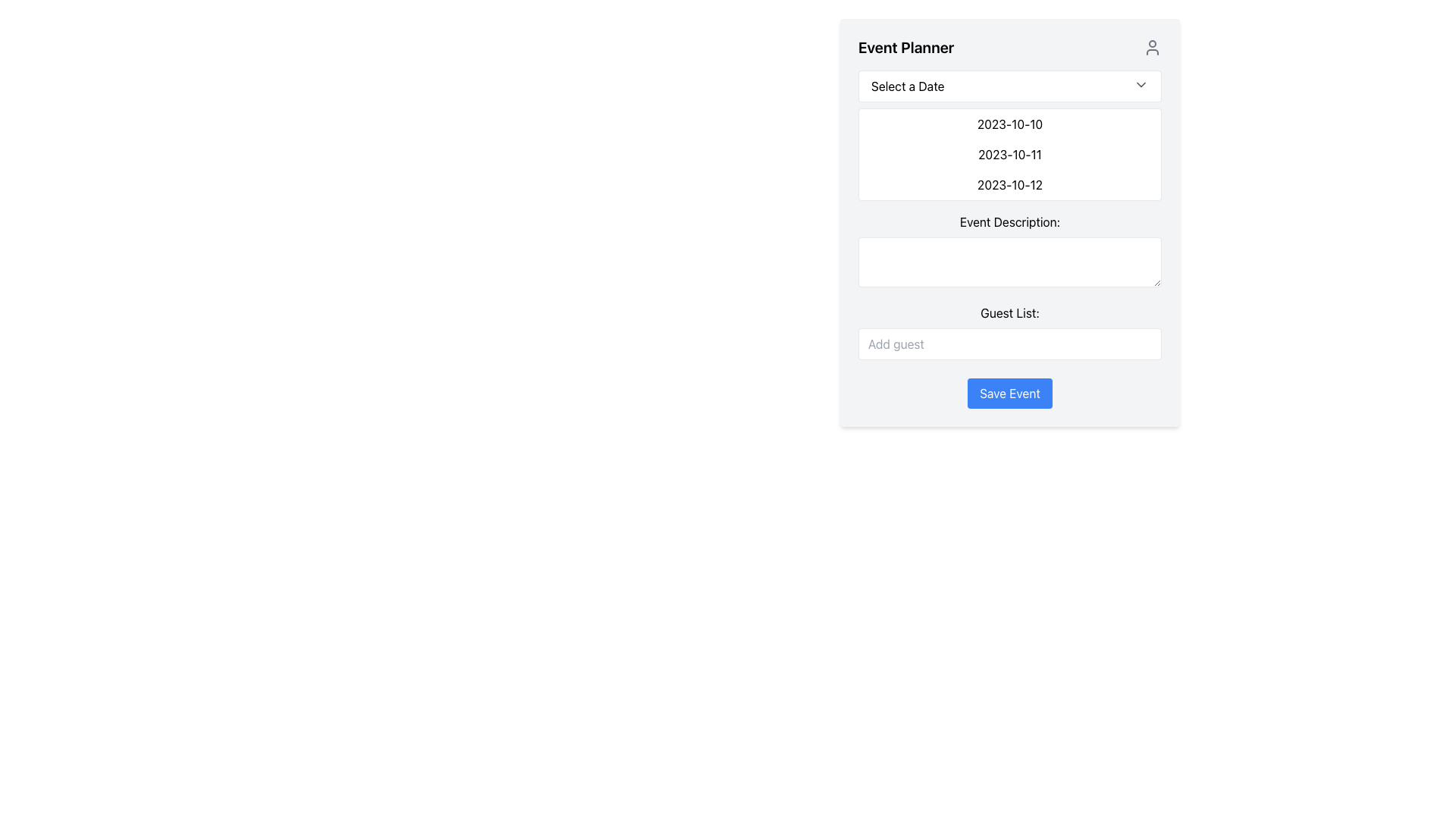 This screenshot has width=1456, height=819. What do you see at coordinates (1009, 155) in the screenshot?
I see `the date selection dropdown menu item displaying '2023-10-11', which is the second item in the list under the 'Select a Date' component` at bounding box center [1009, 155].